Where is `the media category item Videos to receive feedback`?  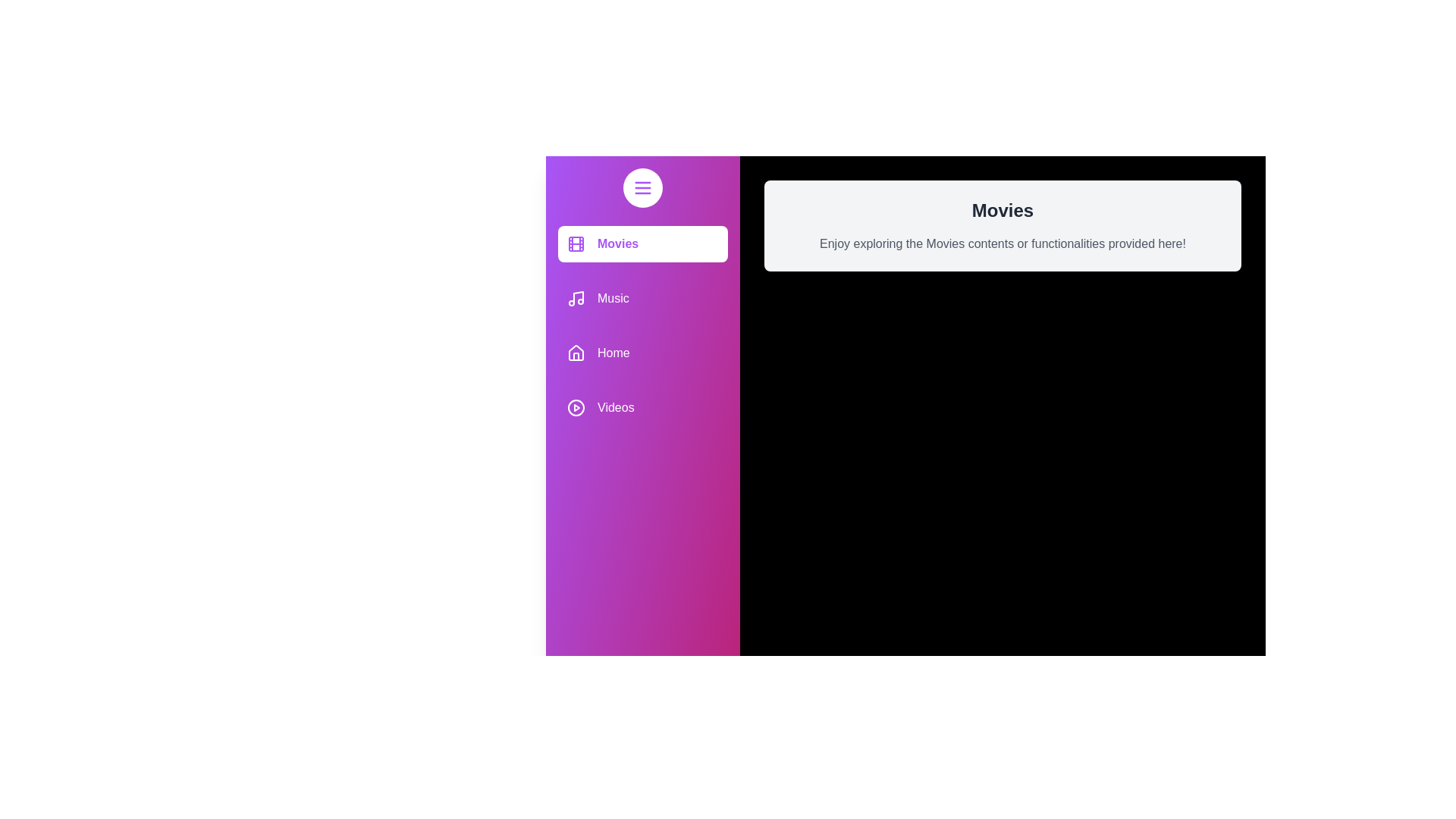 the media category item Videos to receive feedback is located at coordinates (643, 406).